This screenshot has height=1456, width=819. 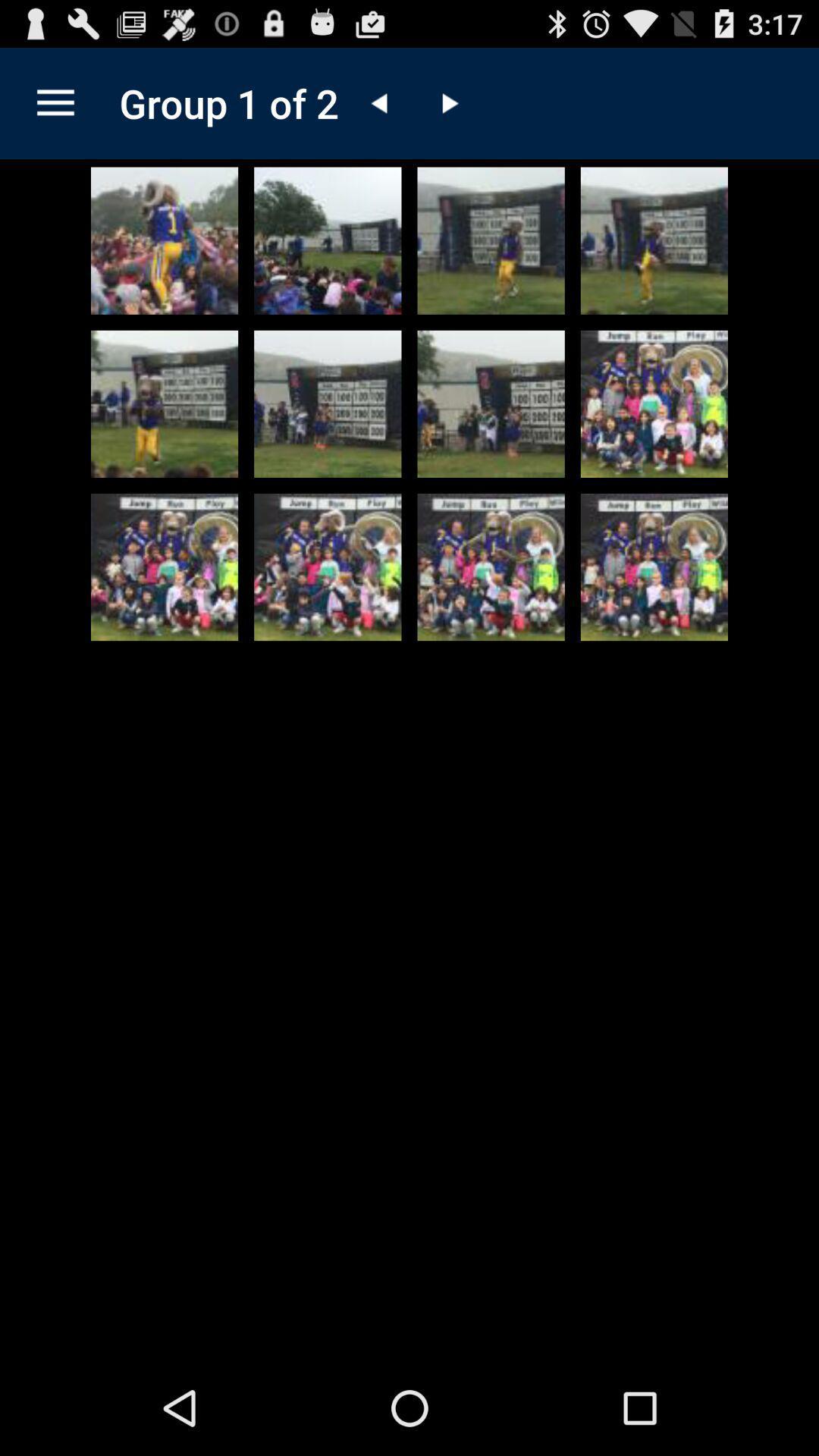 What do you see at coordinates (447, 102) in the screenshot?
I see `group 2` at bounding box center [447, 102].